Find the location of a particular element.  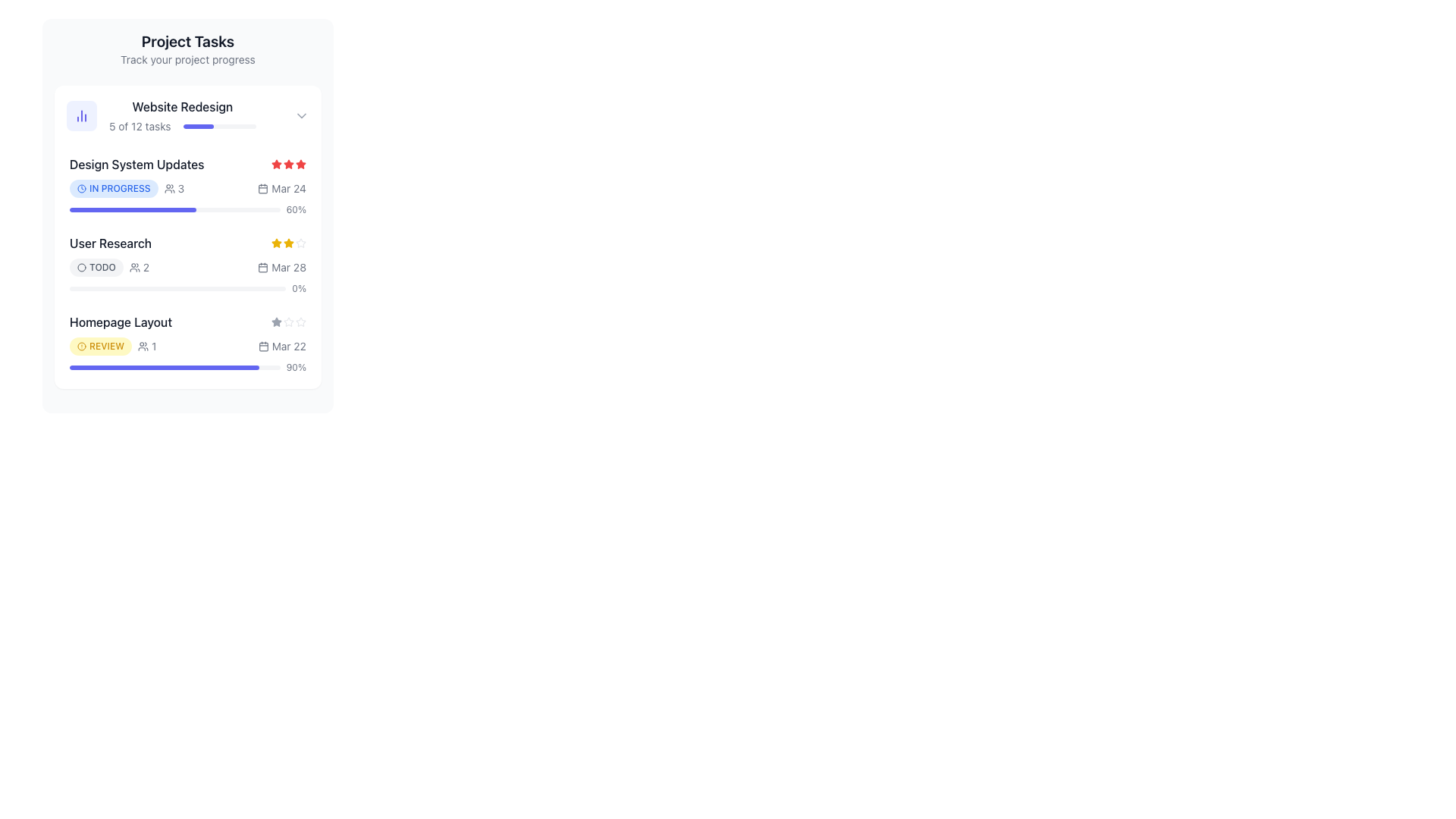

the leftmost star in the 5-star rating system for the 'Homepage Layout' task is located at coordinates (276, 321).